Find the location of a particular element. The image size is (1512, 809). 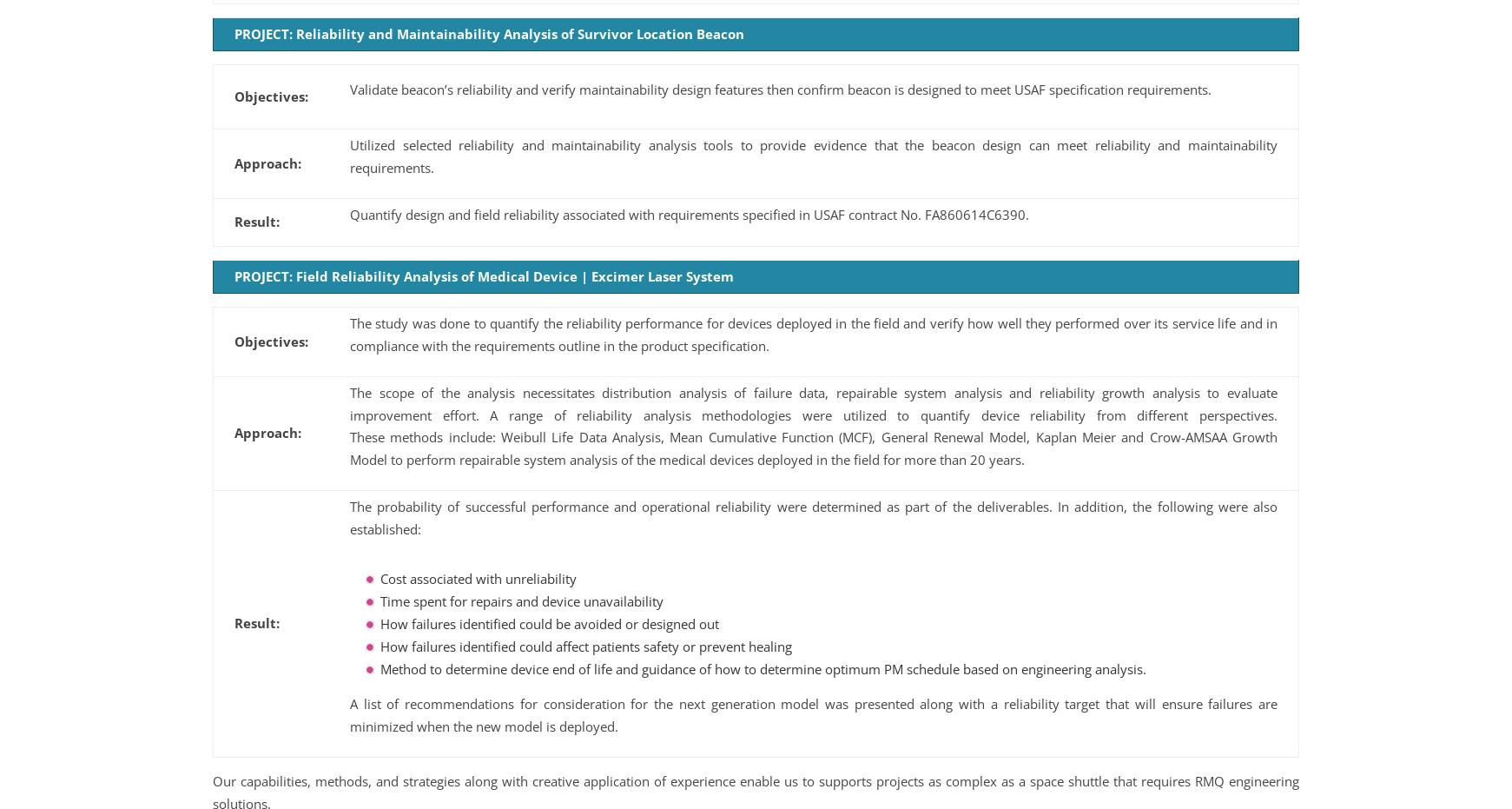

'Quantify design and field reliability associated with requirements specified in USAF contract No. FA860614C6390.' is located at coordinates (689, 214).